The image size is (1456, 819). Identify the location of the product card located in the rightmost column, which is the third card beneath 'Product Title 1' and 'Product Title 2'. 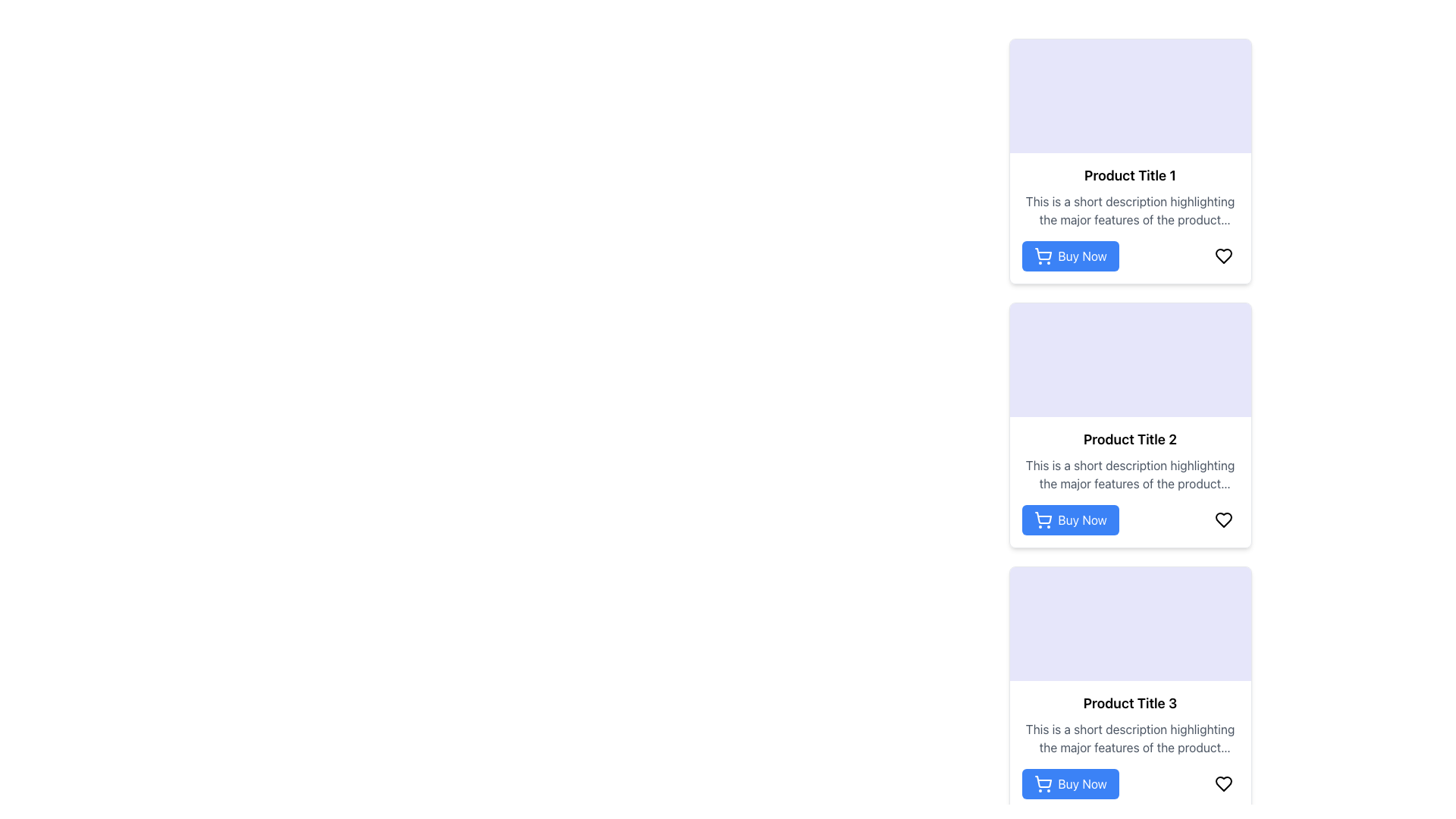
(1130, 689).